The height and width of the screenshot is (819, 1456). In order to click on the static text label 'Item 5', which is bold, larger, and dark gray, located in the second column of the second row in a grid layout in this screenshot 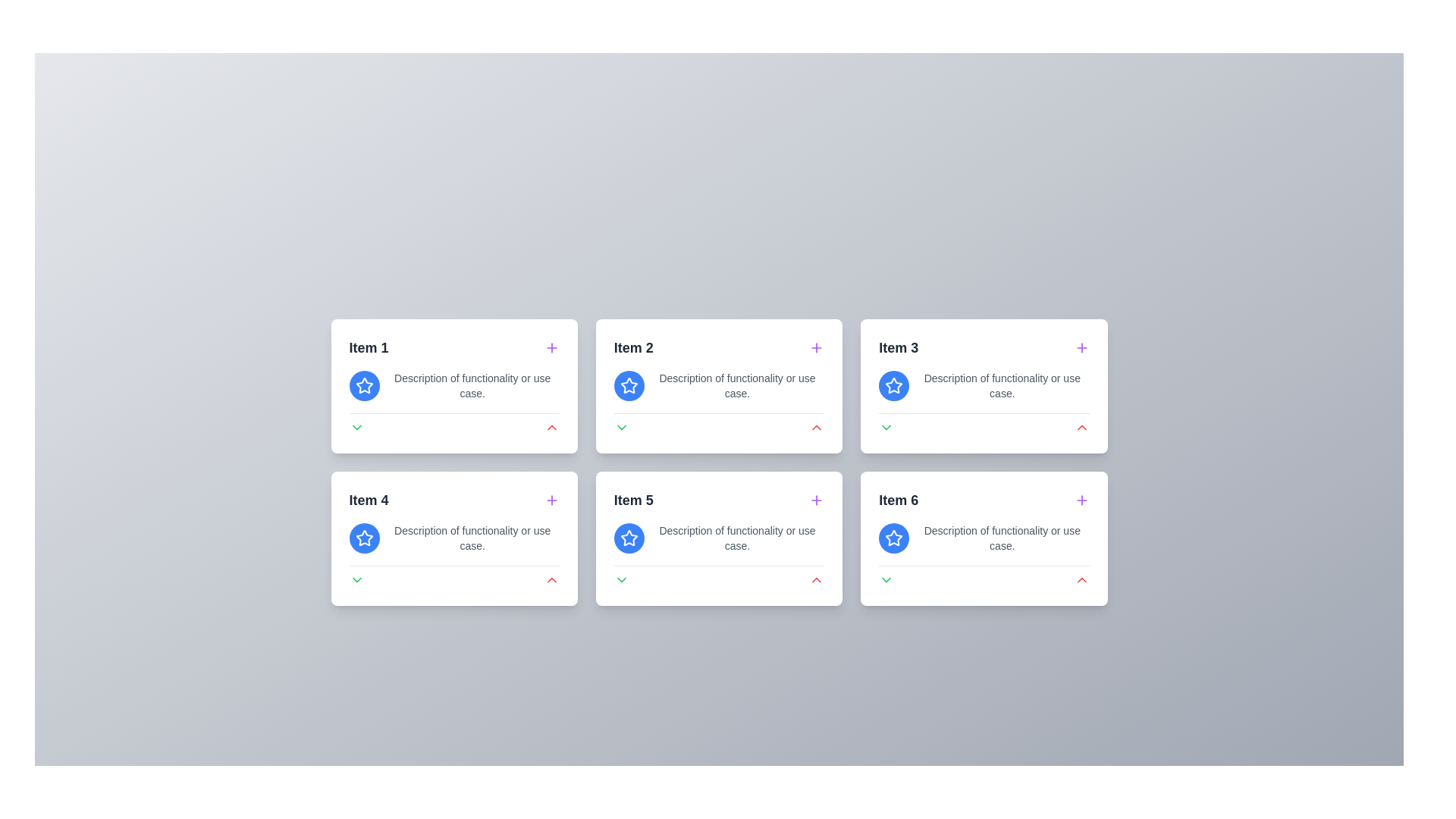, I will do `click(633, 500)`.